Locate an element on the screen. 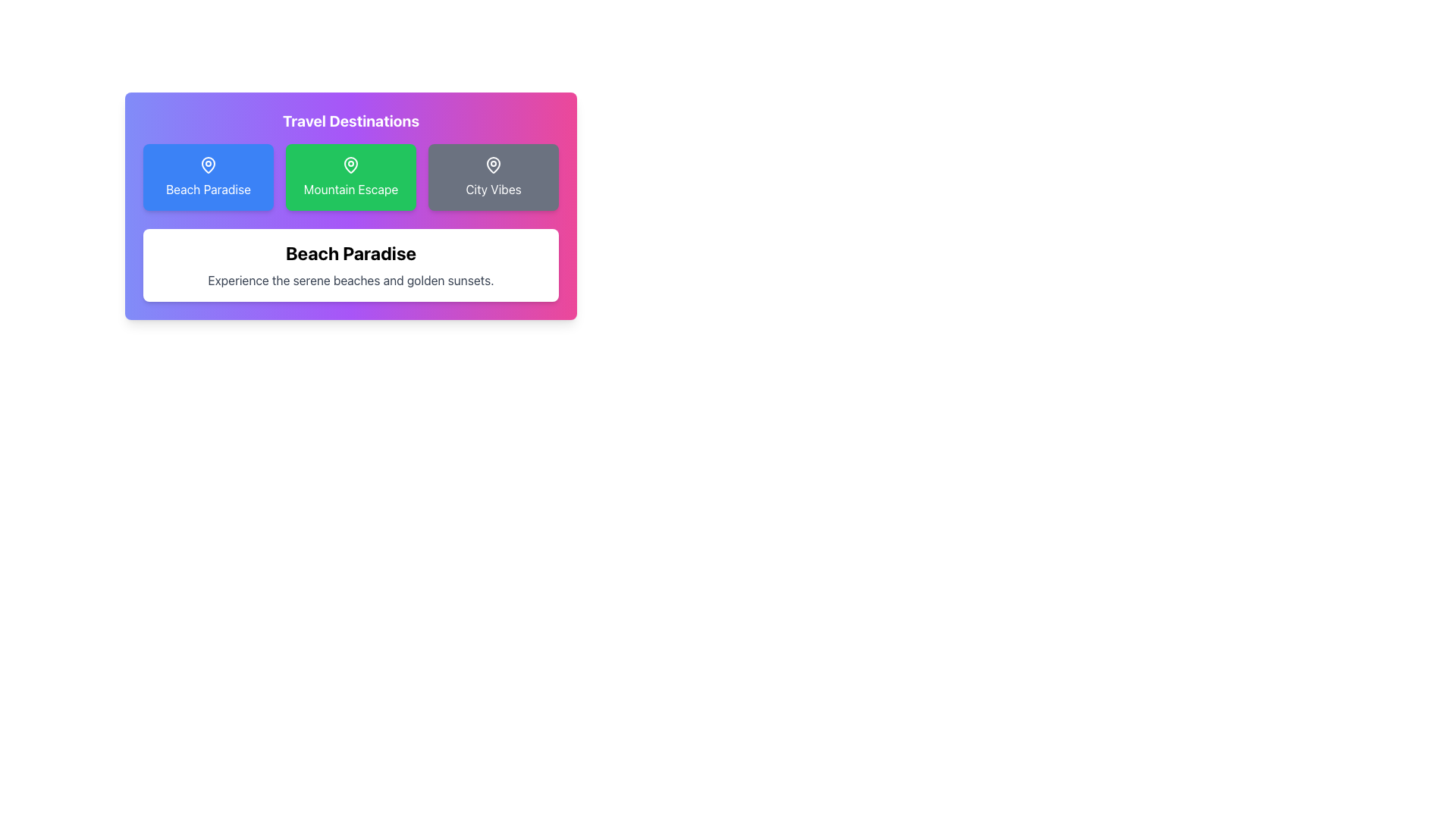 Image resolution: width=1456 pixels, height=819 pixels. the vector graphic icon resembling a map pin, which is centrally located within the green card titled 'Mountain Escape', positioned directly above the text label is located at coordinates (350, 164).